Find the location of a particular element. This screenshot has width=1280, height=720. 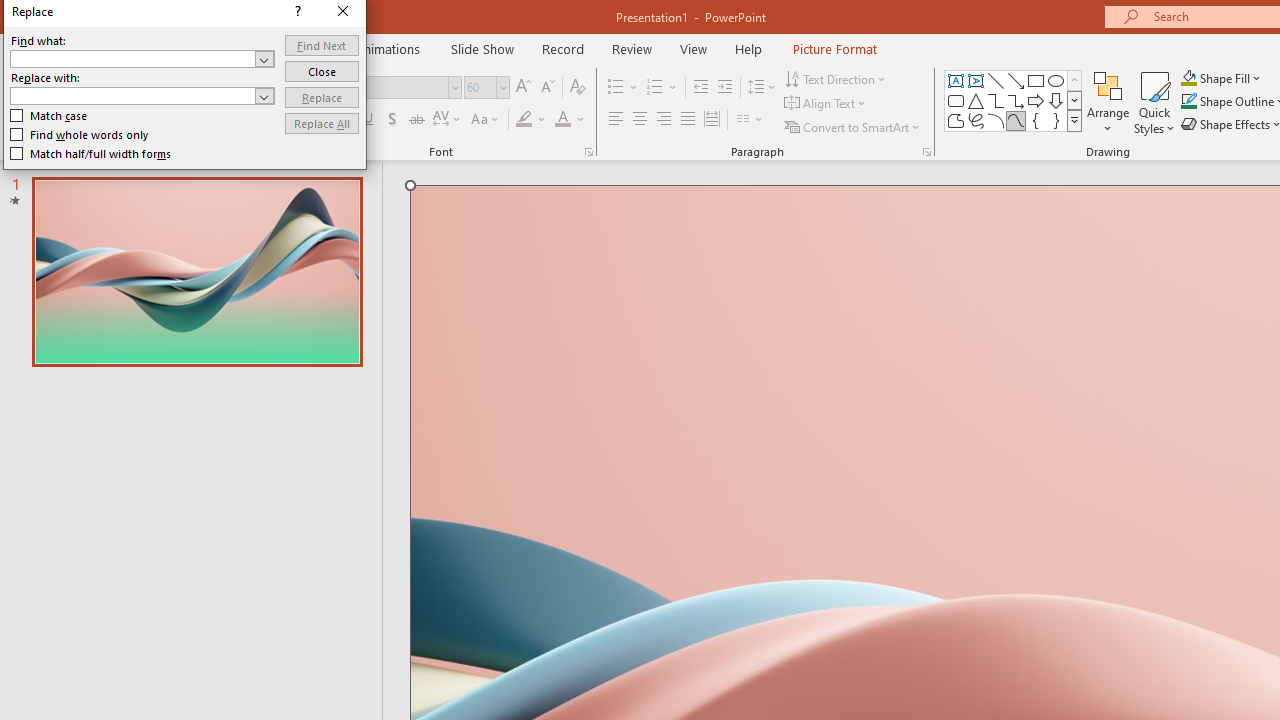

'Decrease Indent' is located at coordinates (700, 86).